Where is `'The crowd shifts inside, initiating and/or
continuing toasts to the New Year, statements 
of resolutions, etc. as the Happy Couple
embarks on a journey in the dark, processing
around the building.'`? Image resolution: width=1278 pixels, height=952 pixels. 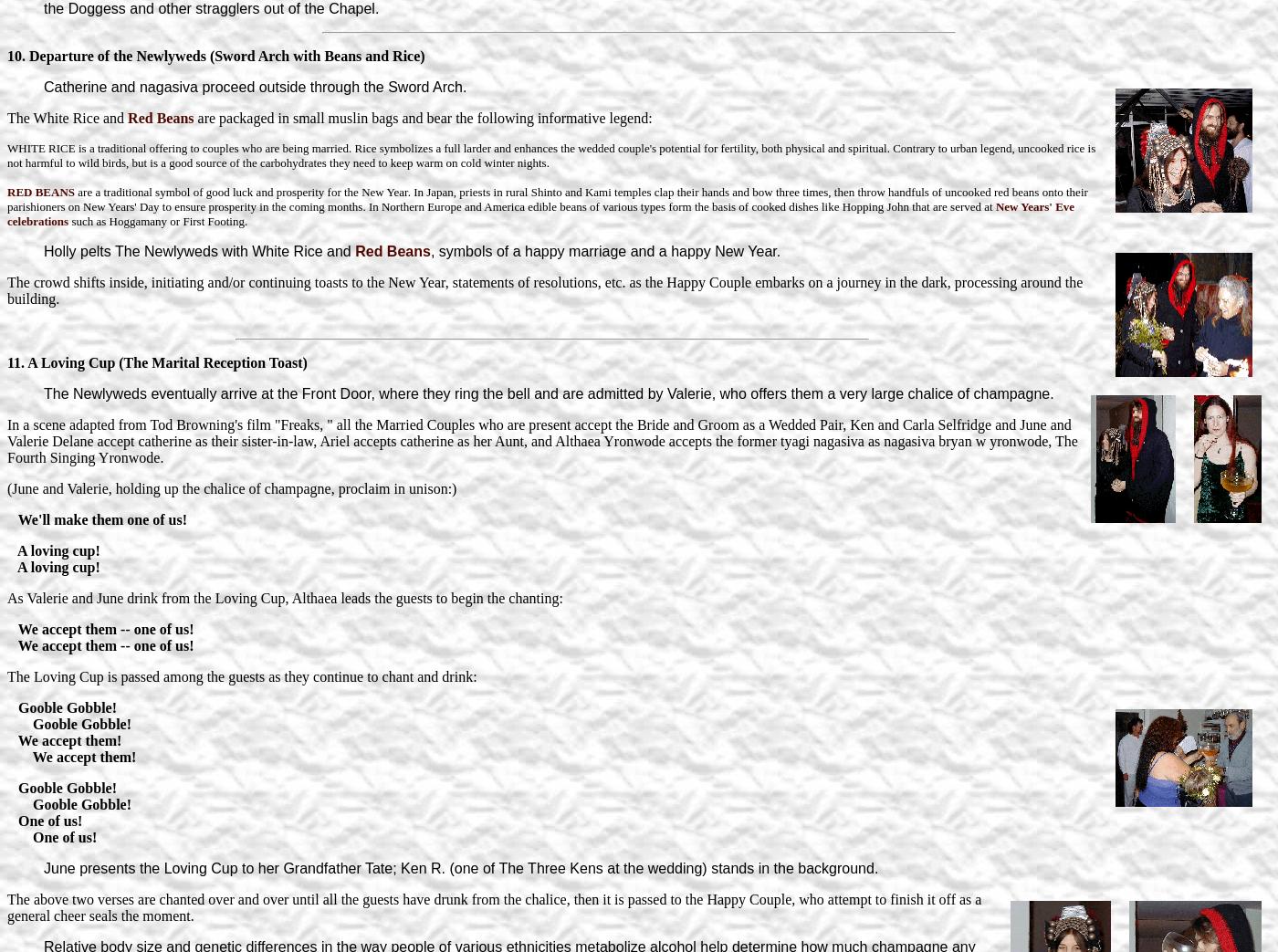 'The crowd shifts inside, initiating and/or
continuing toasts to the New Year, statements 
of resolutions, etc. as the Happy Couple
embarks on a journey in the dark, processing
around the building.' is located at coordinates (544, 288).